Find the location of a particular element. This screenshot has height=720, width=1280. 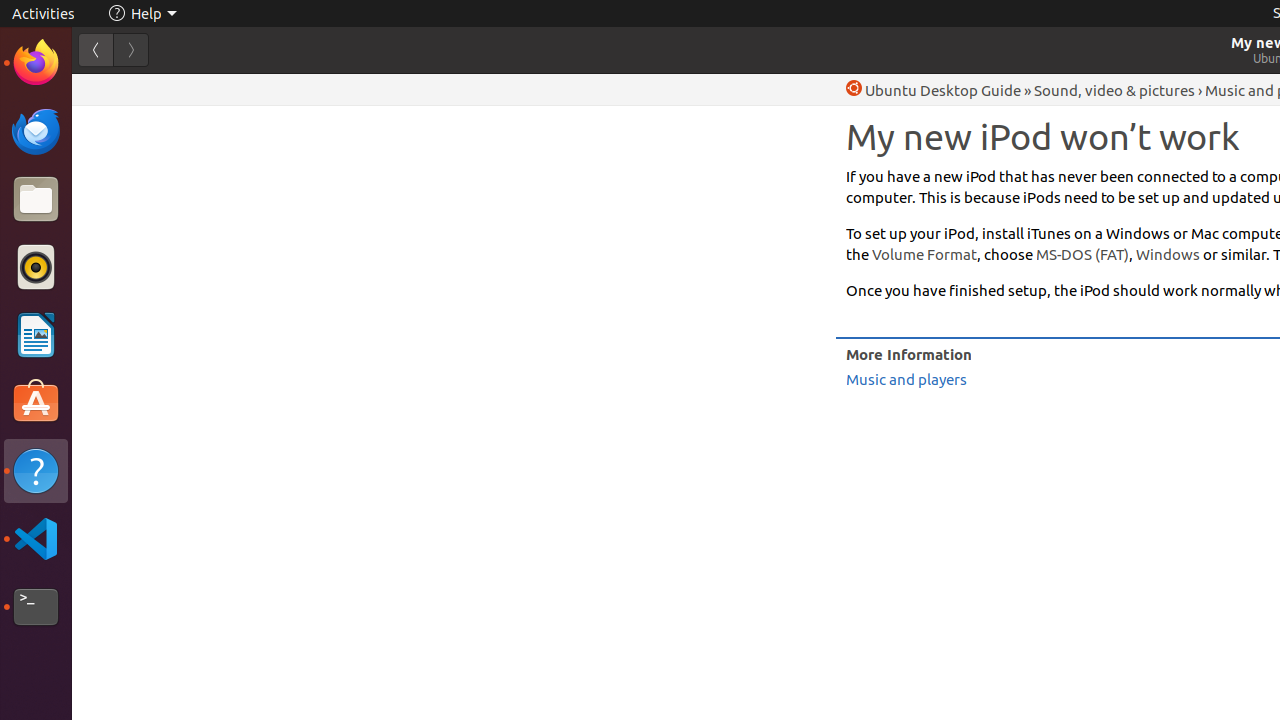

'Activities' is located at coordinates (43, 13).